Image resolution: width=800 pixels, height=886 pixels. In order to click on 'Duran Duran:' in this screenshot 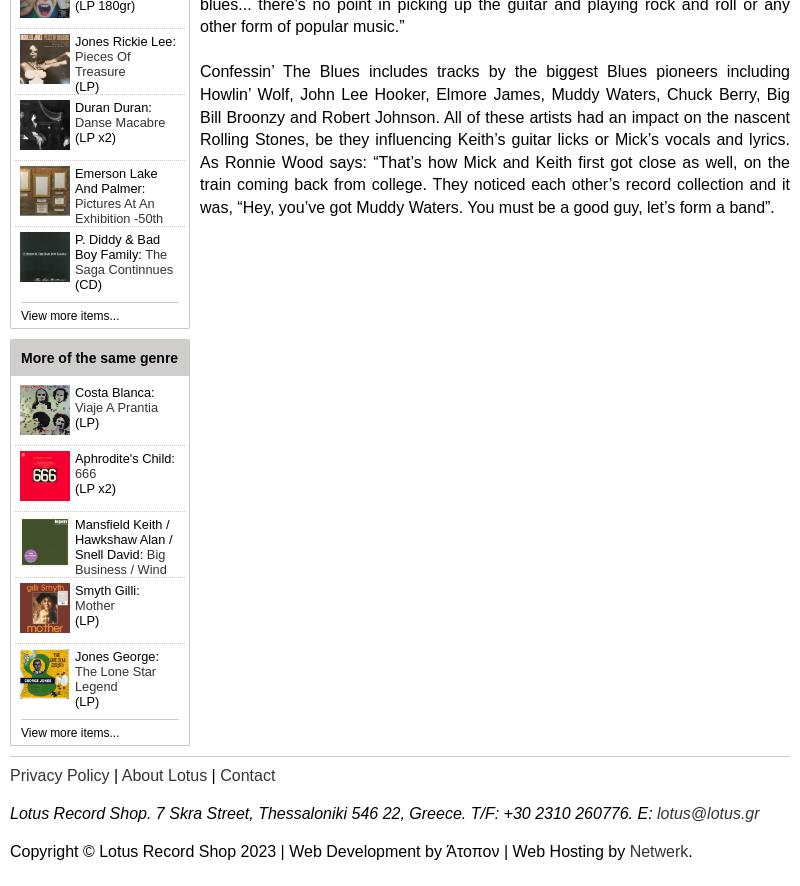, I will do `click(111, 107)`.